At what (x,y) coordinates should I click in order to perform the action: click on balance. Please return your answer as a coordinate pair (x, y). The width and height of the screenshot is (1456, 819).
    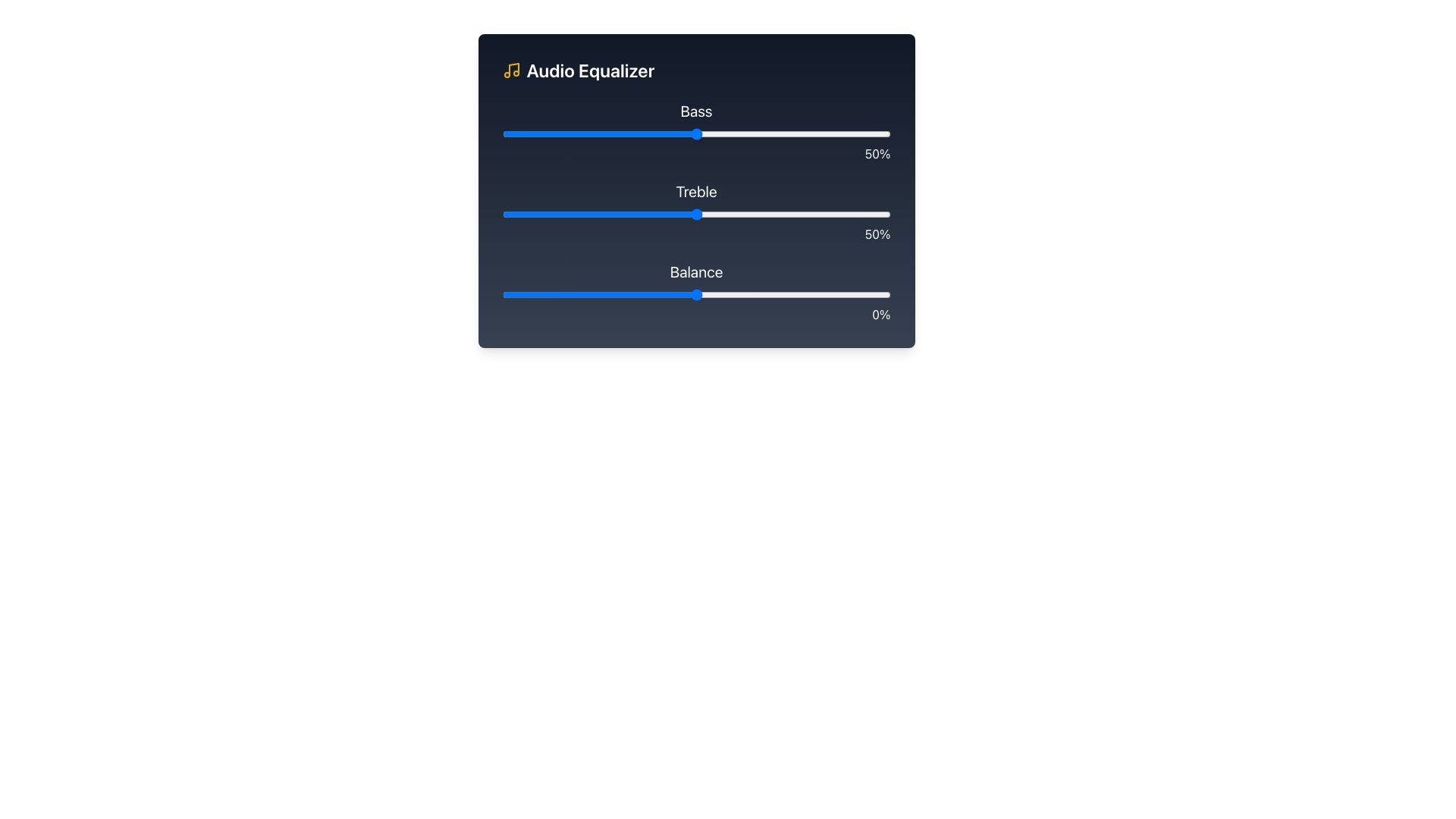
    Looking at the image, I should click on (591, 295).